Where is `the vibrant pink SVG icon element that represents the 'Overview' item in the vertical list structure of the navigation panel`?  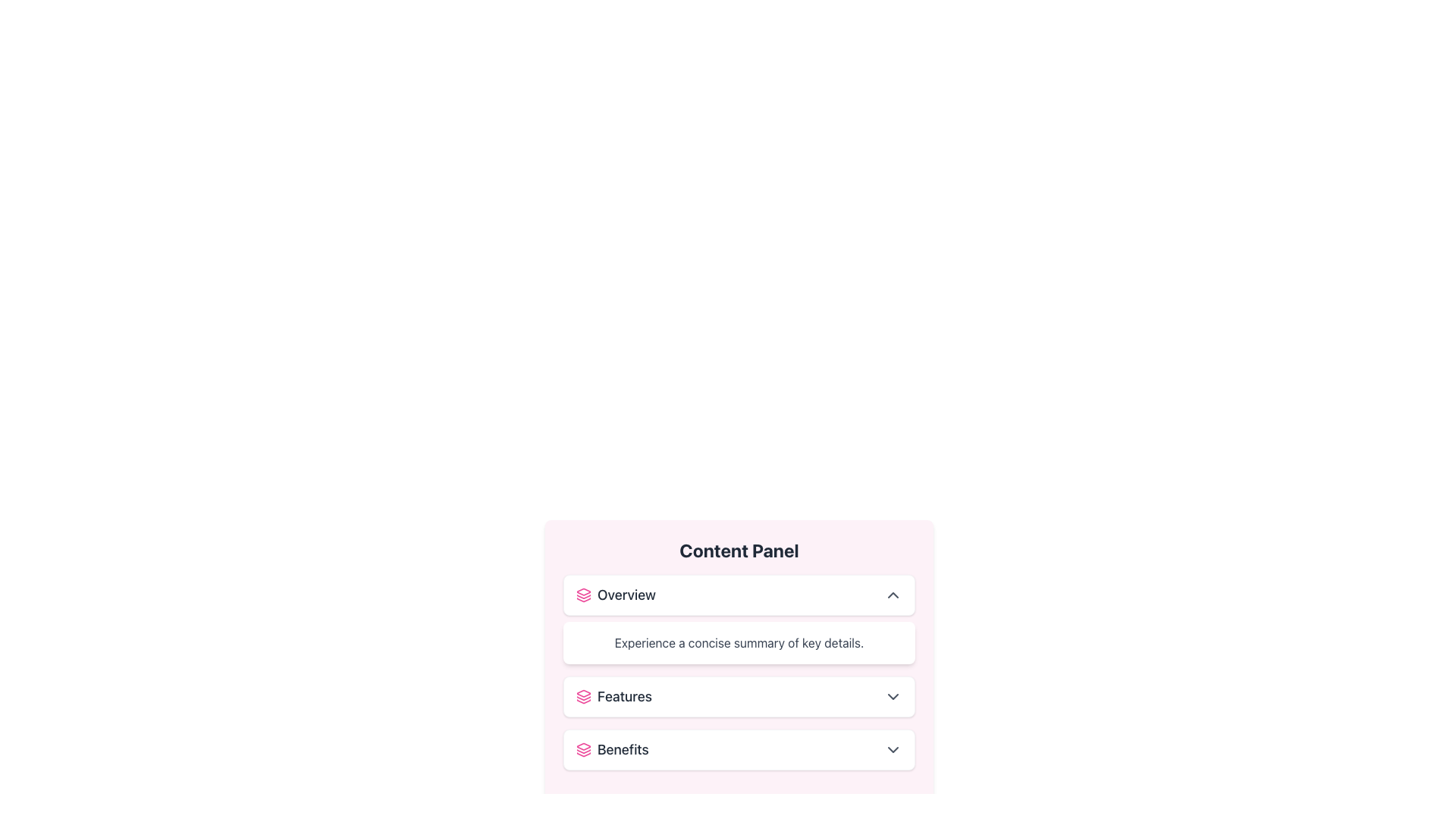 the vibrant pink SVG icon element that represents the 'Overview' item in the vertical list structure of the navigation panel is located at coordinates (582, 591).